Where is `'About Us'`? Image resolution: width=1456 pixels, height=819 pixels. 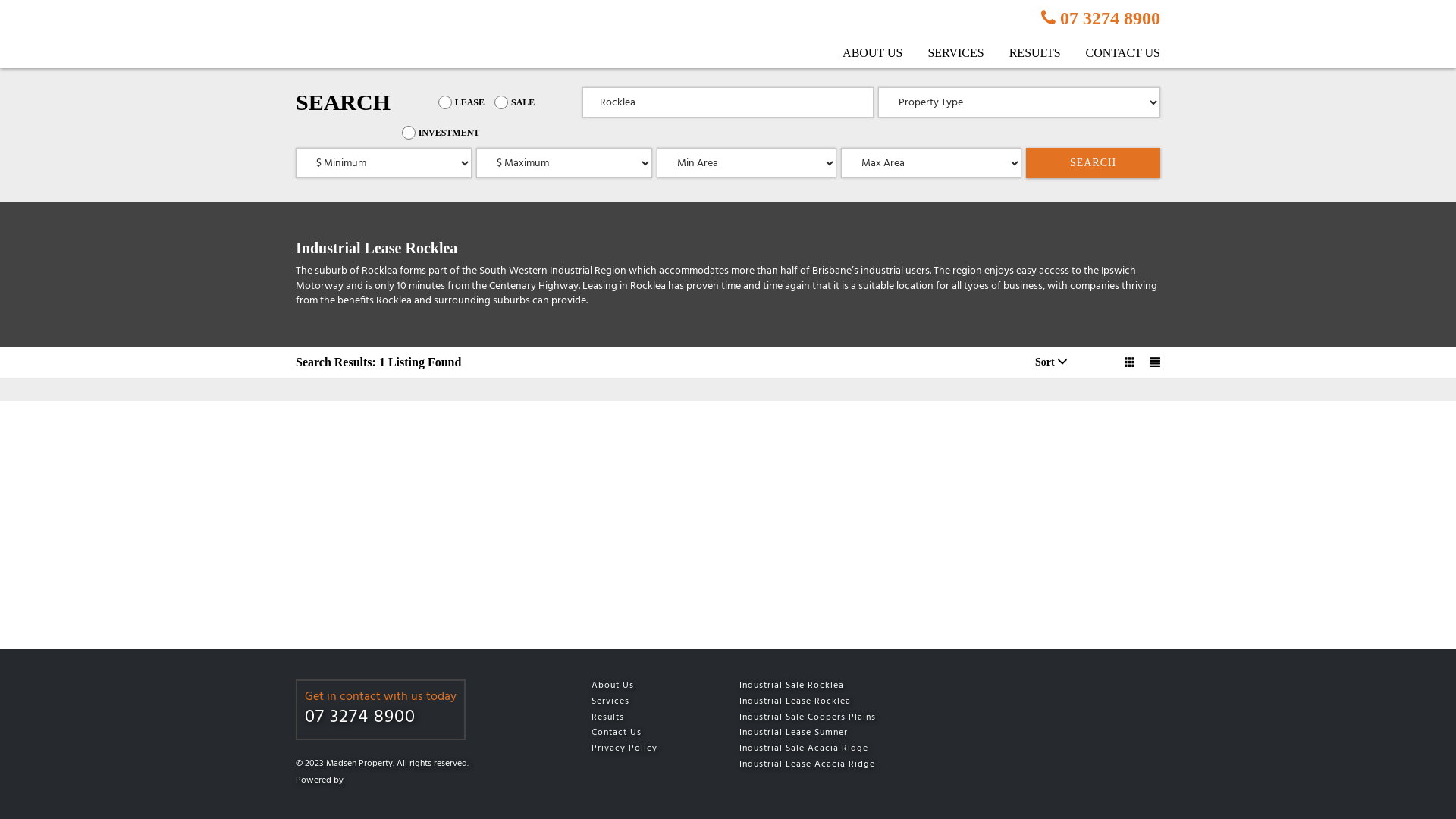
'About Us' is located at coordinates (590, 686).